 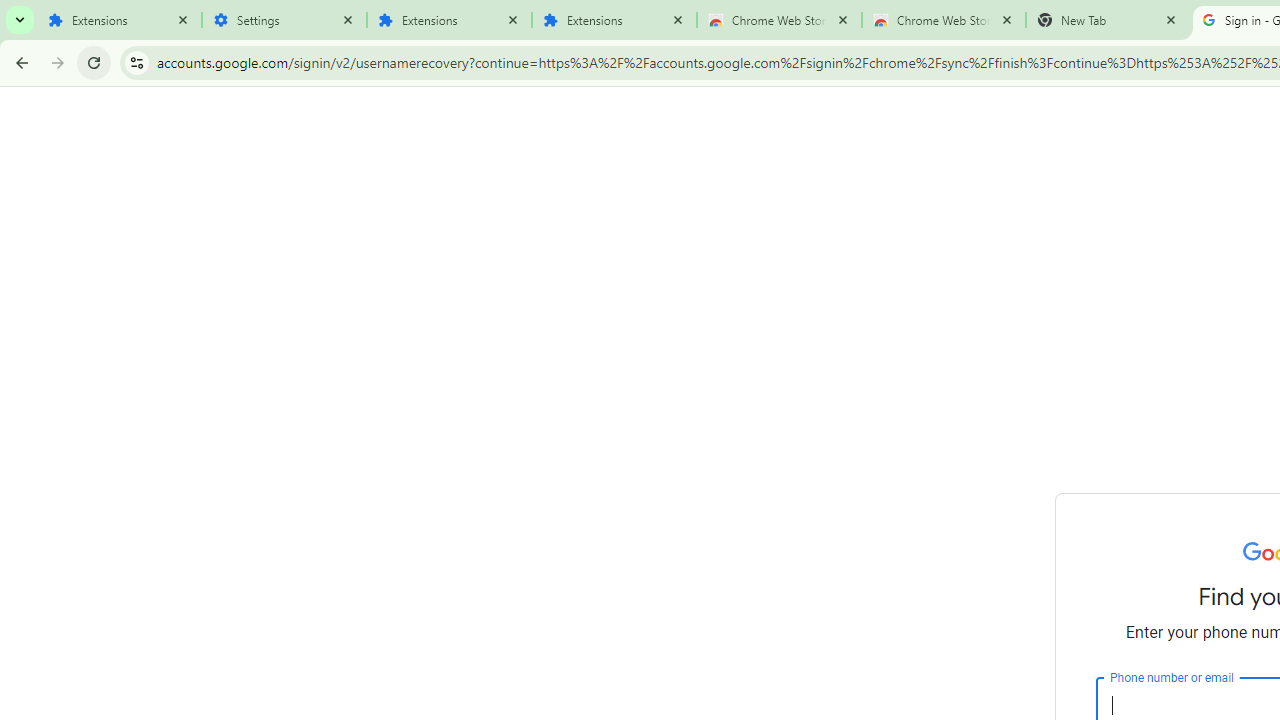 What do you see at coordinates (943, 20) in the screenshot?
I see `'Chrome Web Store - Themes'` at bounding box center [943, 20].